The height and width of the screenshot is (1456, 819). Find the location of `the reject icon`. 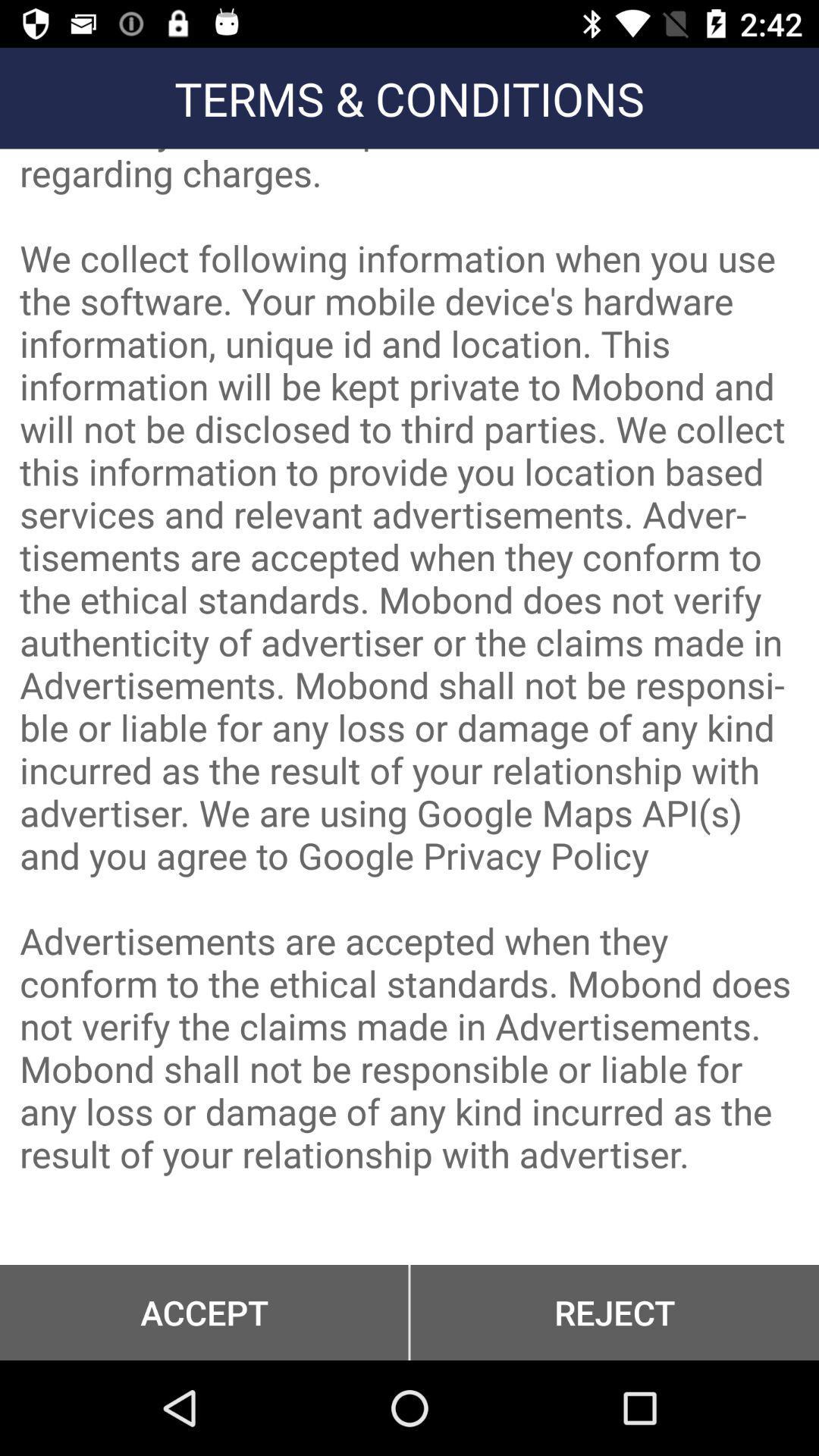

the reject icon is located at coordinates (614, 1312).